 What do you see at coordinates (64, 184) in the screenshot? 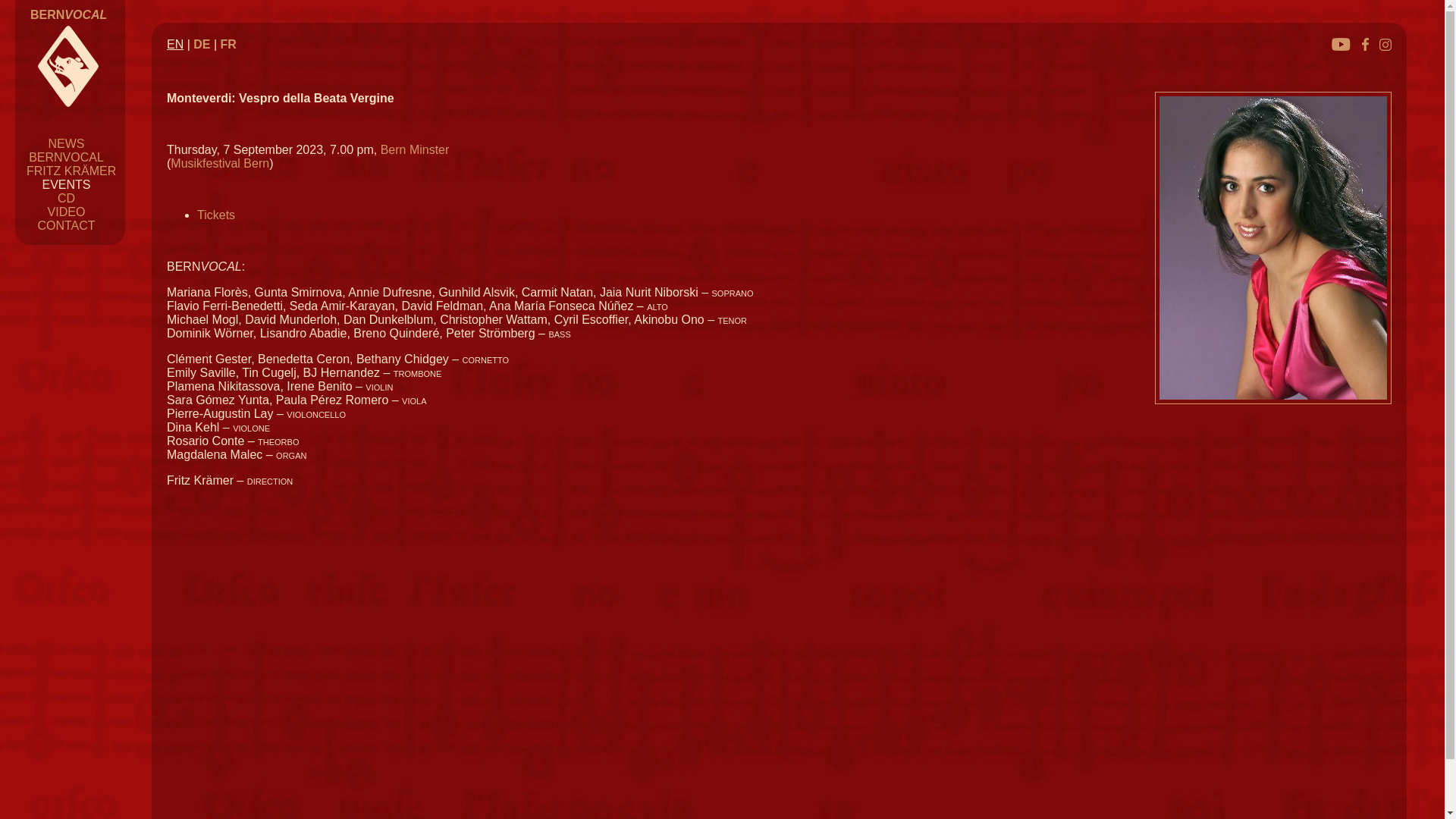
I see `'EVENTS'` at bounding box center [64, 184].